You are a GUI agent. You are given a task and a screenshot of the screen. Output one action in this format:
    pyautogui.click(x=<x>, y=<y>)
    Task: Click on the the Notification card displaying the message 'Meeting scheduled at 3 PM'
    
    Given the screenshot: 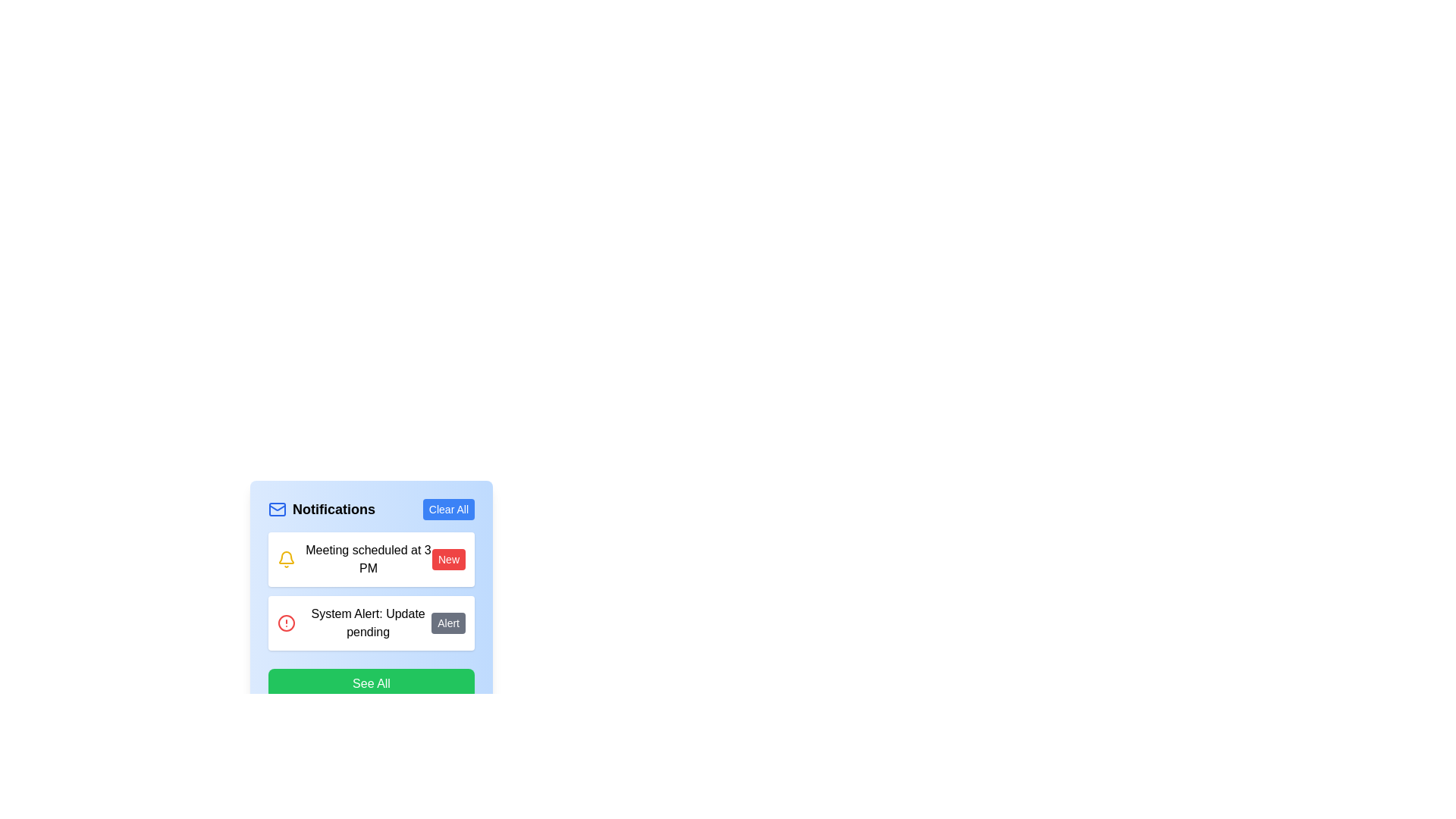 What is the action you would take?
    pyautogui.click(x=371, y=559)
    